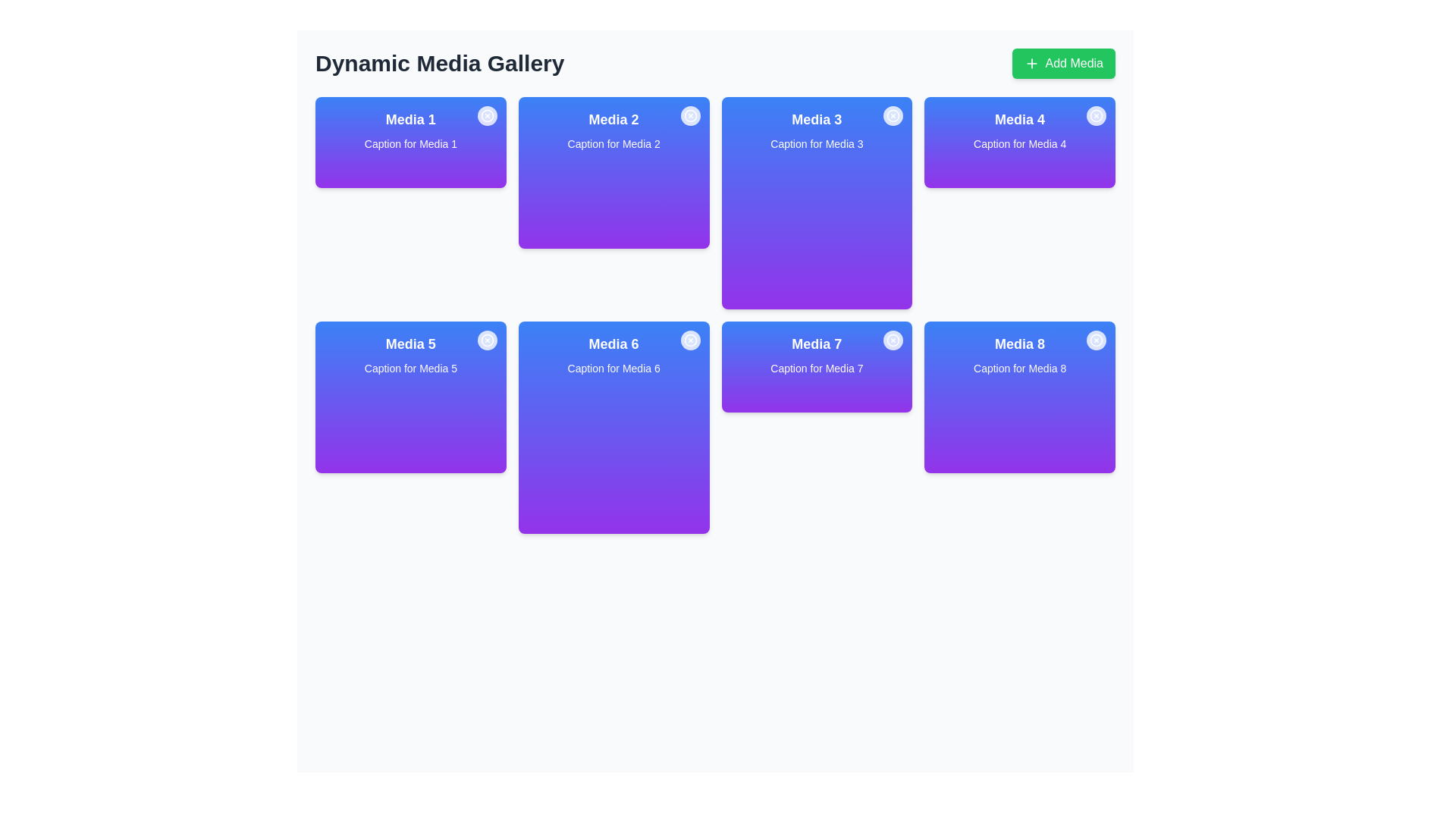 This screenshot has height=819, width=1456. I want to click on the media display card titled 'Media 3', which is the third card in a grid layout located between 'Media 2' and 'Media 4', so click(816, 202).